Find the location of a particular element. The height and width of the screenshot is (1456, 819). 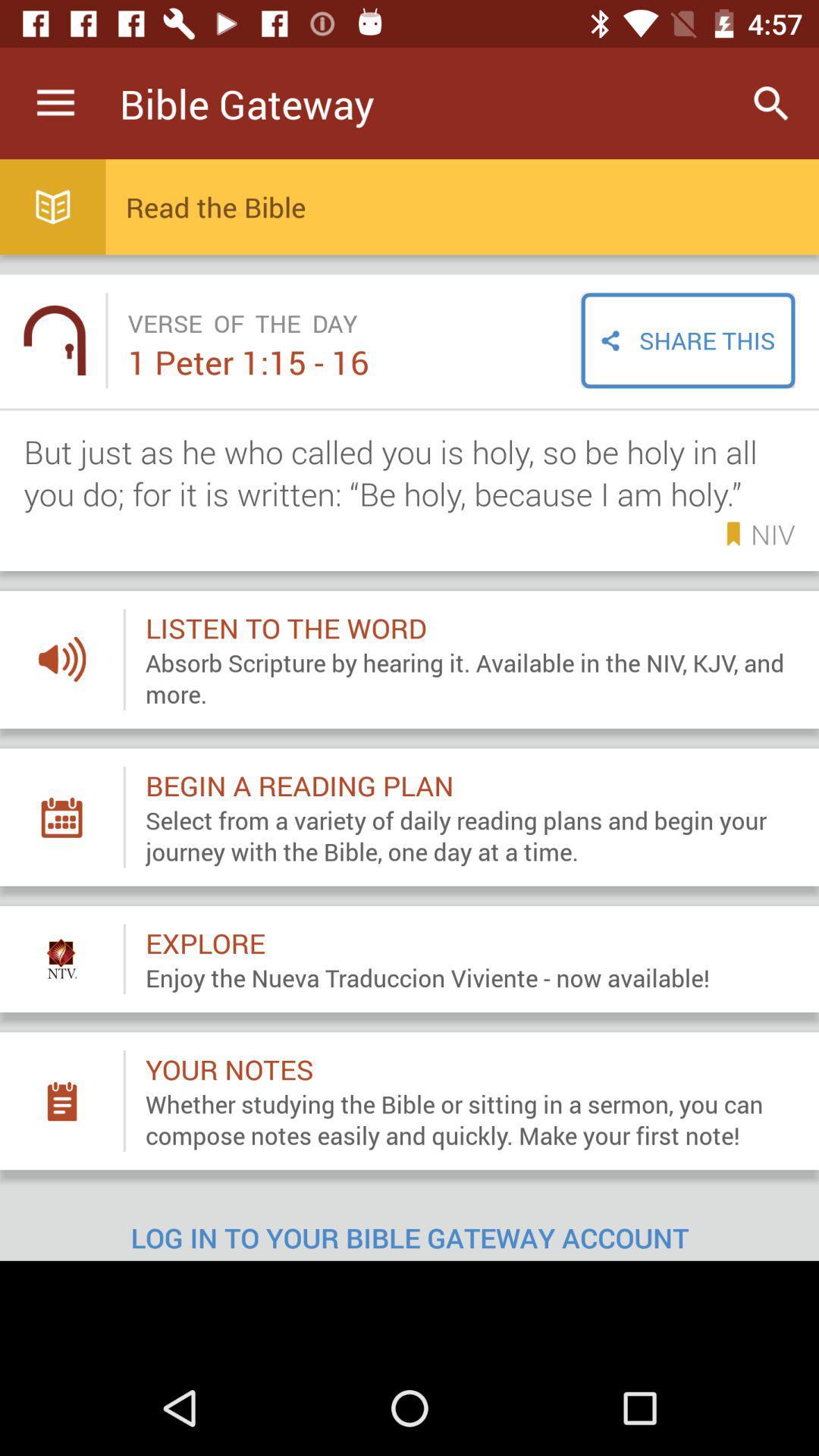

icon to the right of the bible gateway is located at coordinates (771, 102).